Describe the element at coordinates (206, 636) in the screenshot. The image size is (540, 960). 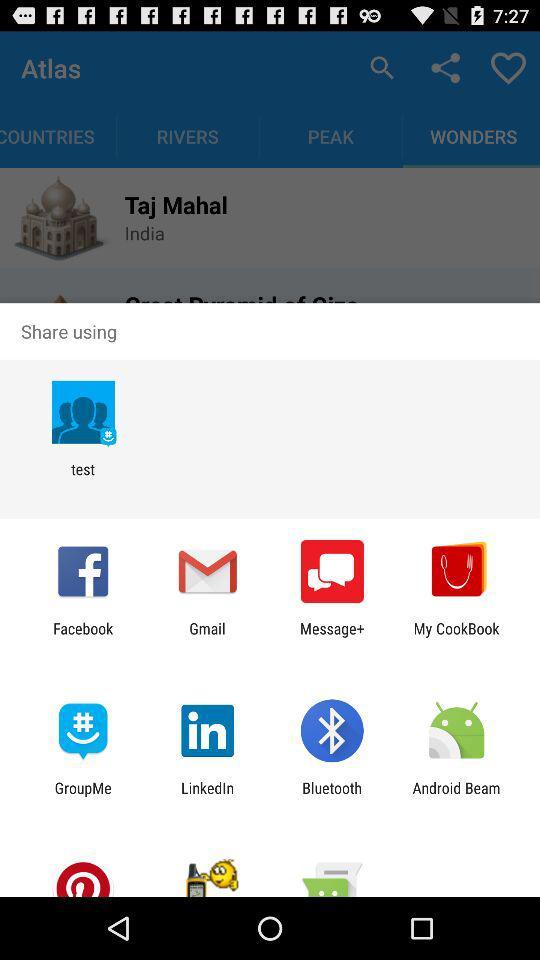
I see `icon next to message+ item` at that location.